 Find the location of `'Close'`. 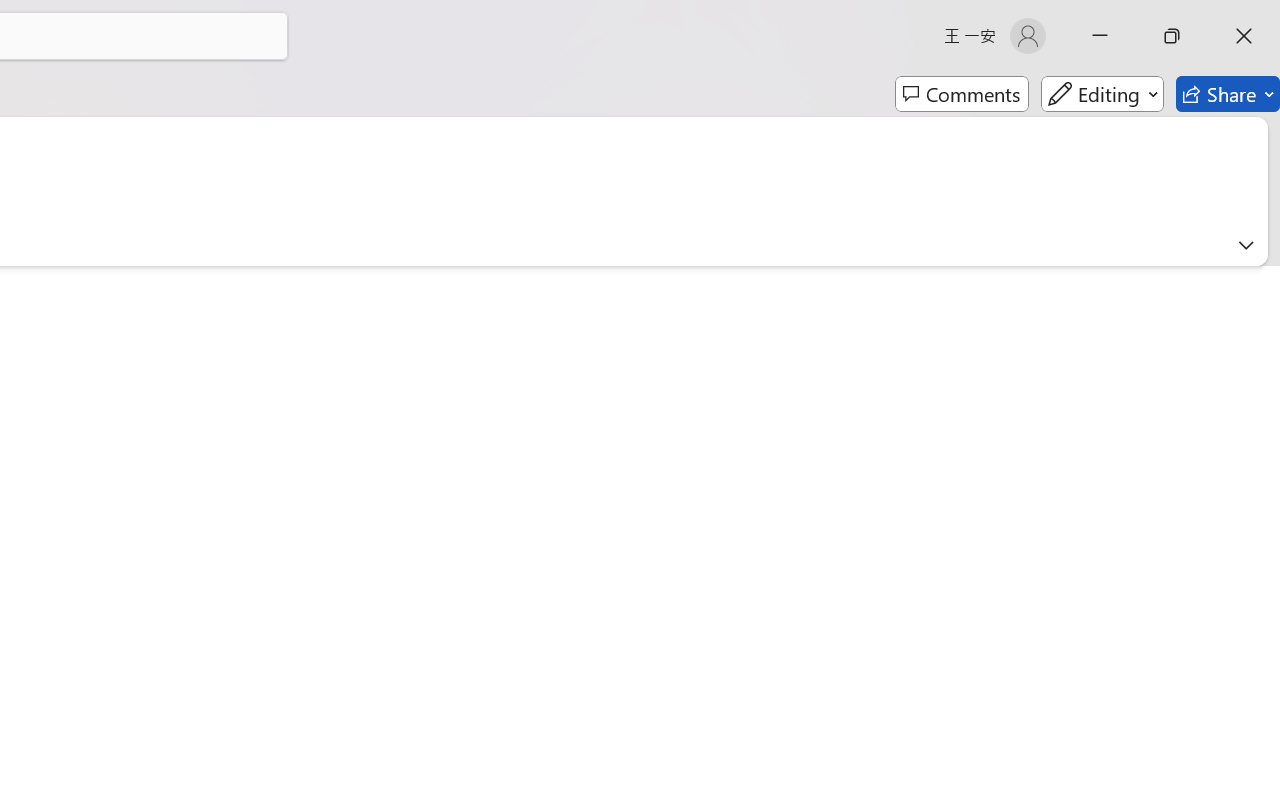

'Close' is located at coordinates (1243, 35).